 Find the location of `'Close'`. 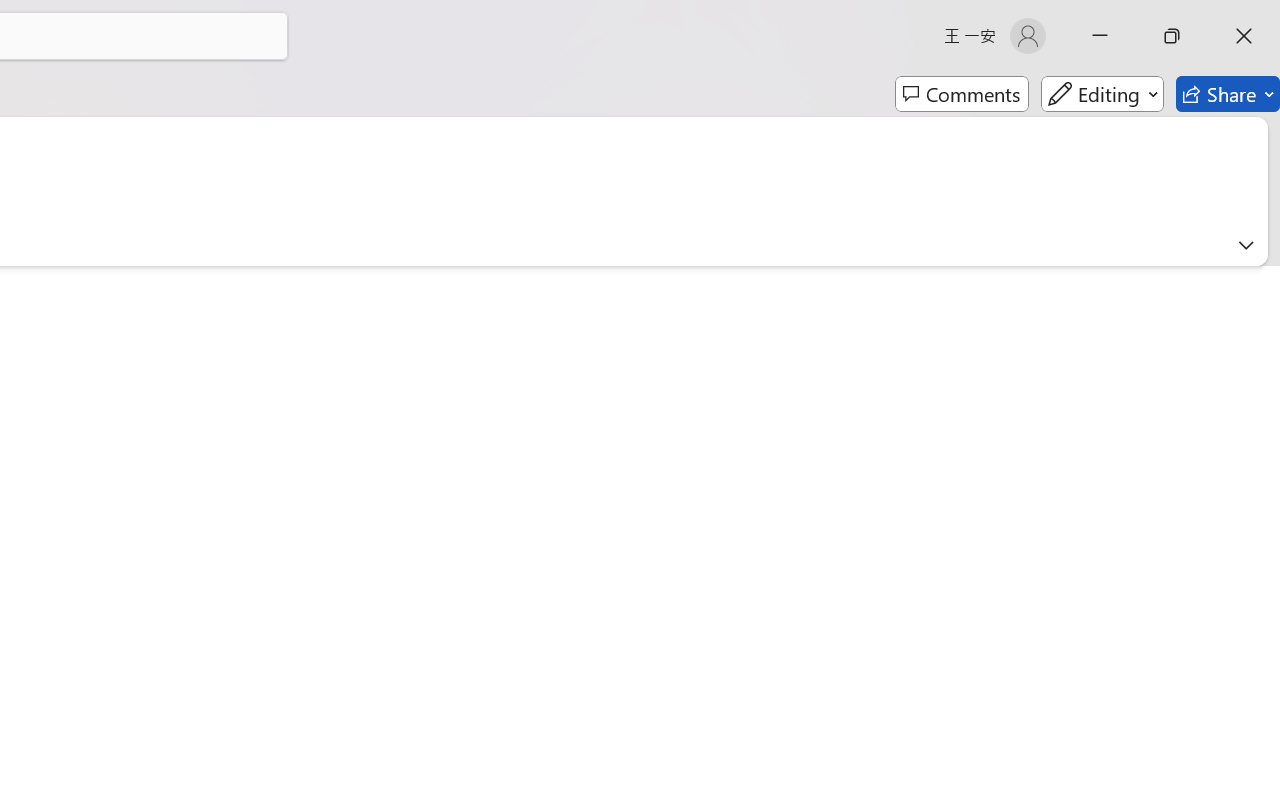

'Close' is located at coordinates (1243, 35).